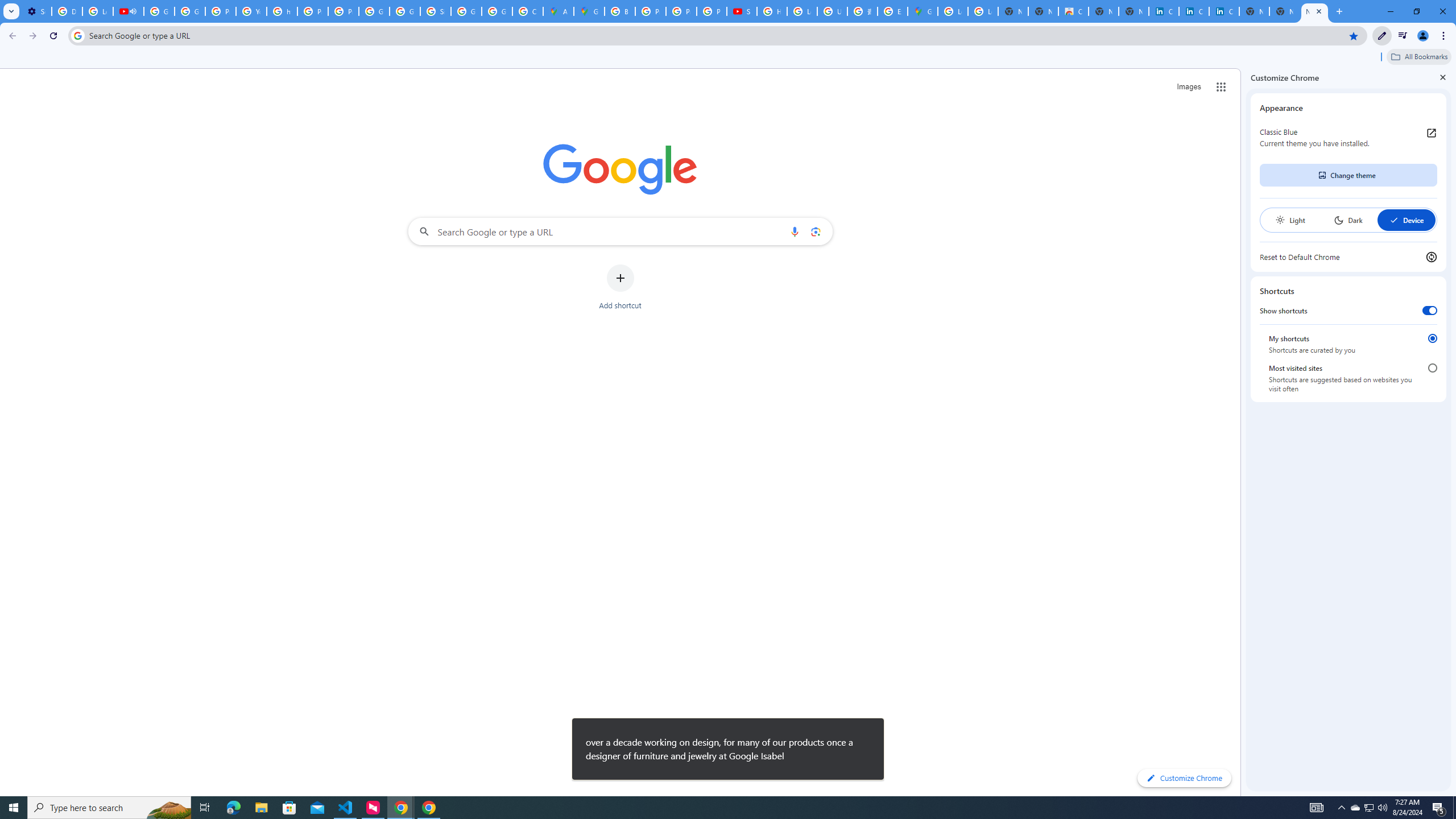  What do you see at coordinates (1243, 431) in the screenshot?
I see `'Side Panel Resize Handle'` at bounding box center [1243, 431].